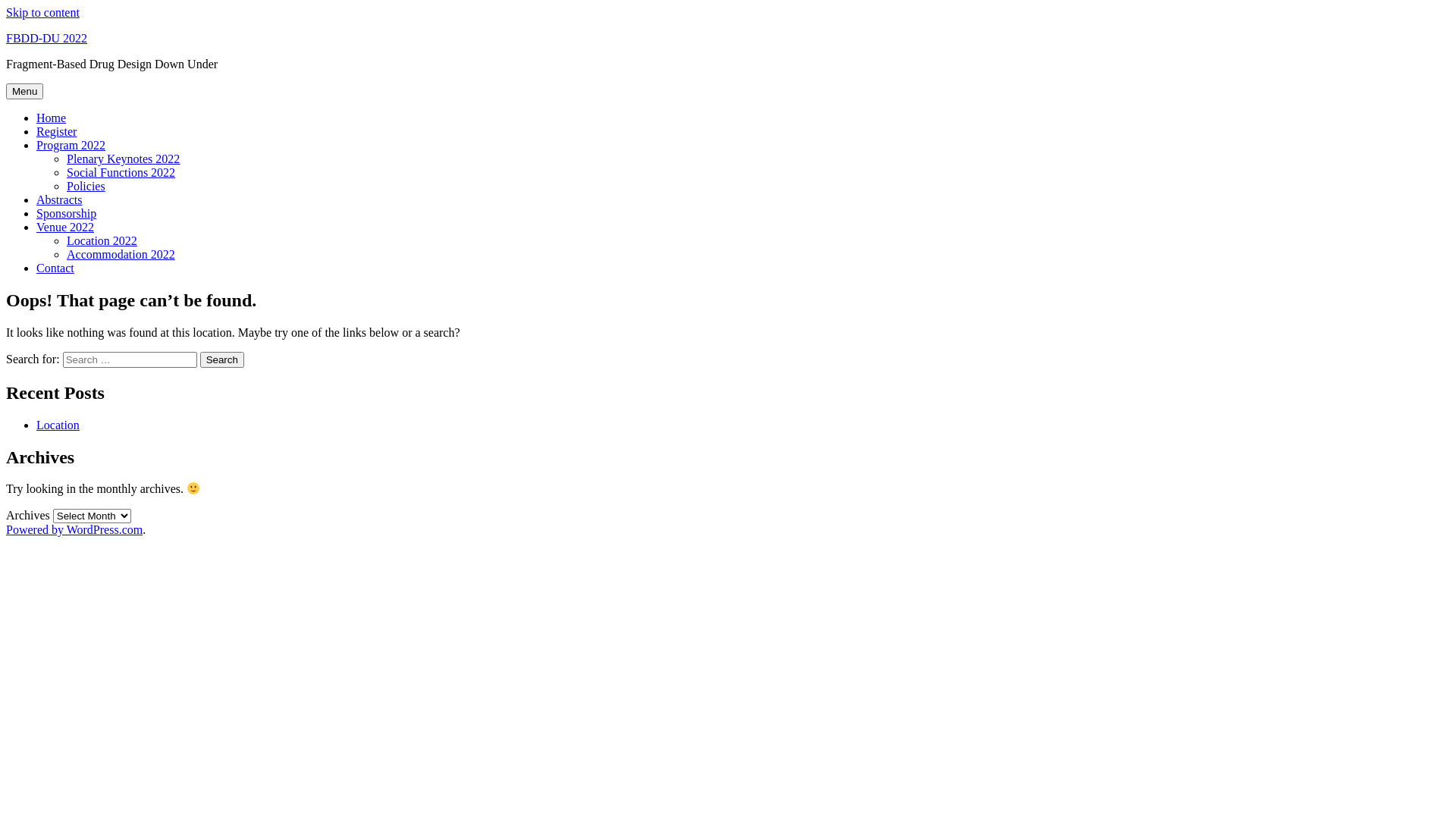  What do you see at coordinates (42, 12) in the screenshot?
I see `'Skip to content'` at bounding box center [42, 12].